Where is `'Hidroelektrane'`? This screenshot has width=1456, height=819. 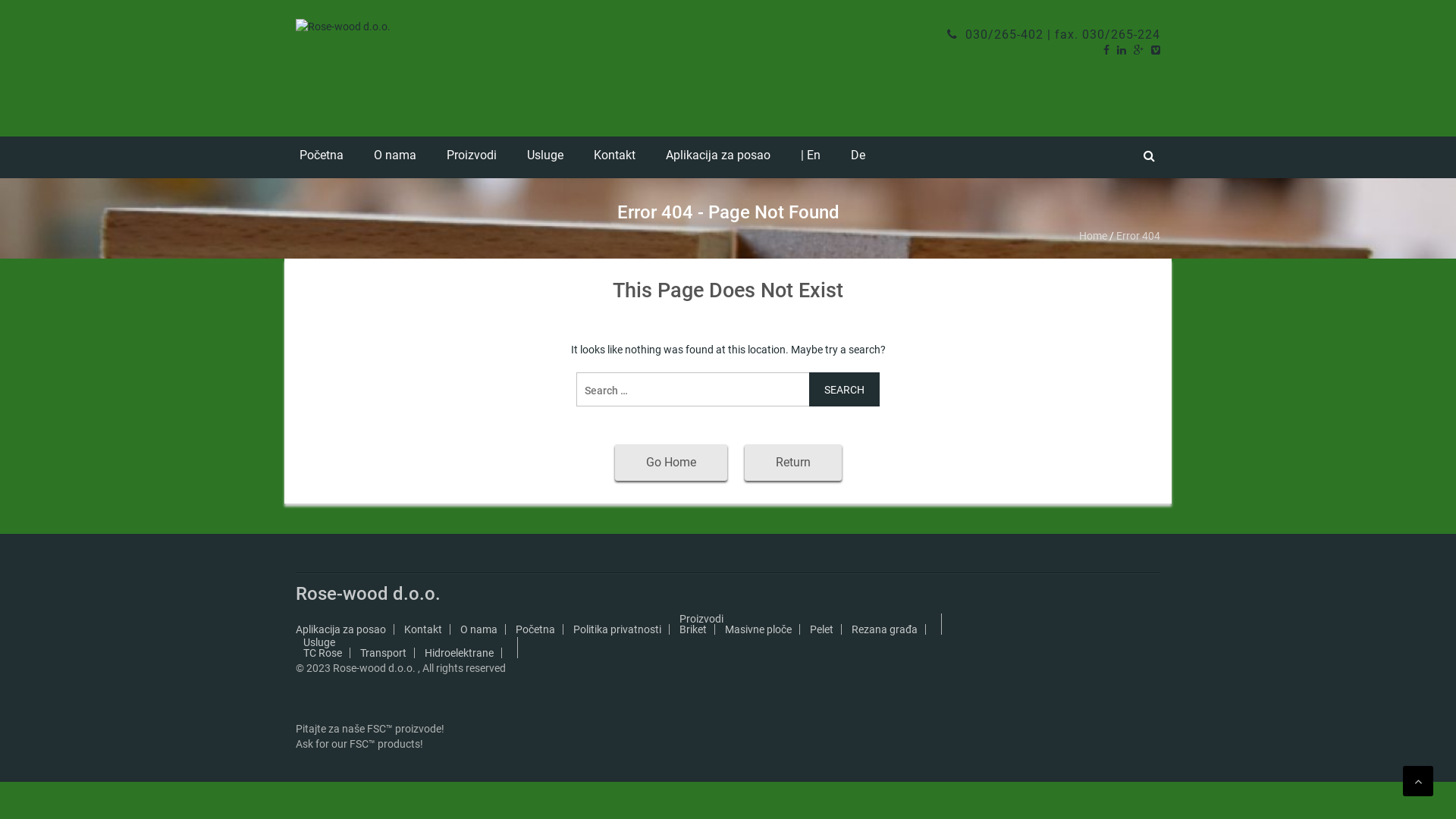 'Hidroelektrane' is located at coordinates (425, 651).